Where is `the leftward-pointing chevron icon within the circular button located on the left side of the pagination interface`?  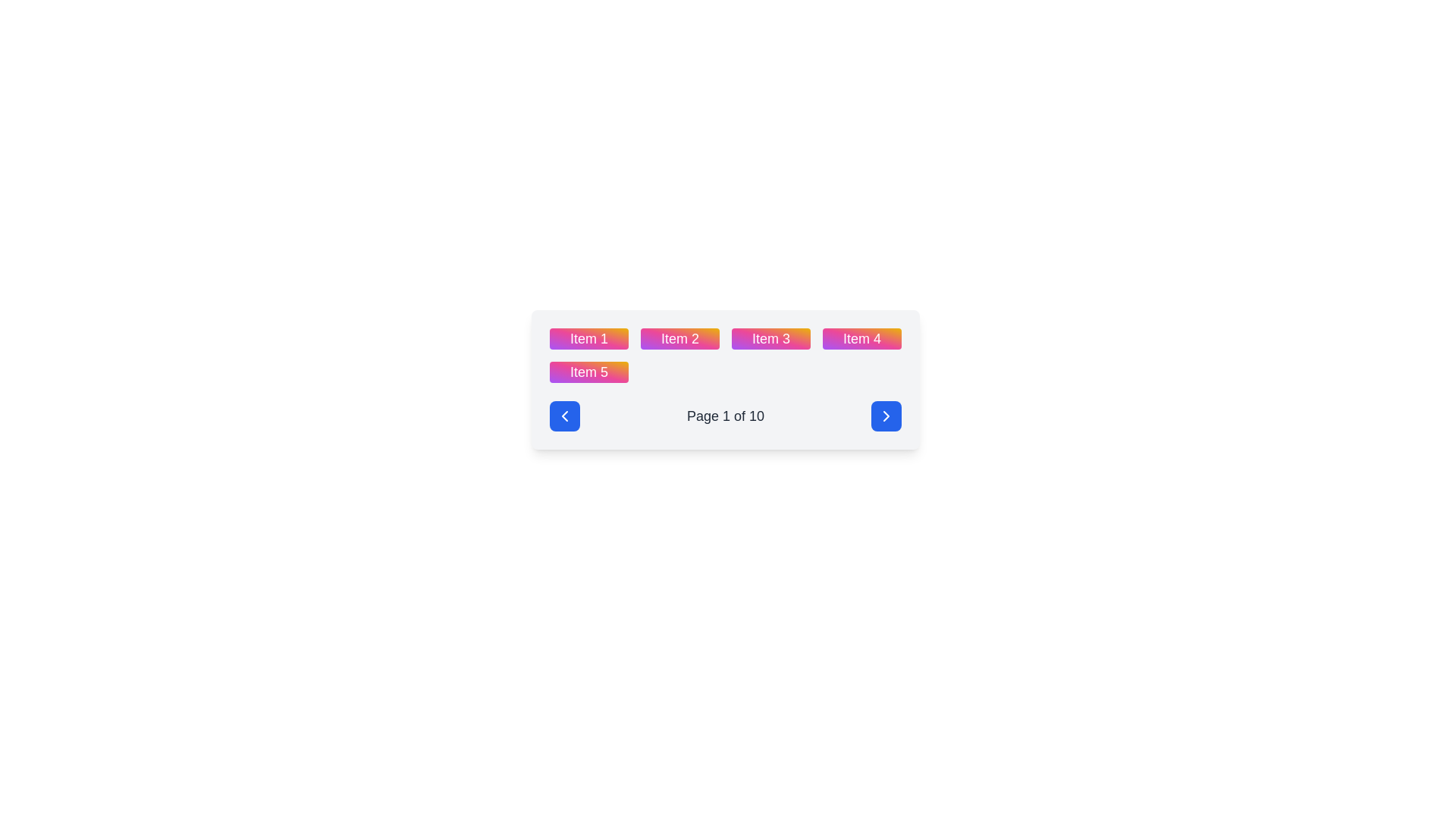
the leftward-pointing chevron icon within the circular button located on the left side of the pagination interface is located at coordinates (563, 416).